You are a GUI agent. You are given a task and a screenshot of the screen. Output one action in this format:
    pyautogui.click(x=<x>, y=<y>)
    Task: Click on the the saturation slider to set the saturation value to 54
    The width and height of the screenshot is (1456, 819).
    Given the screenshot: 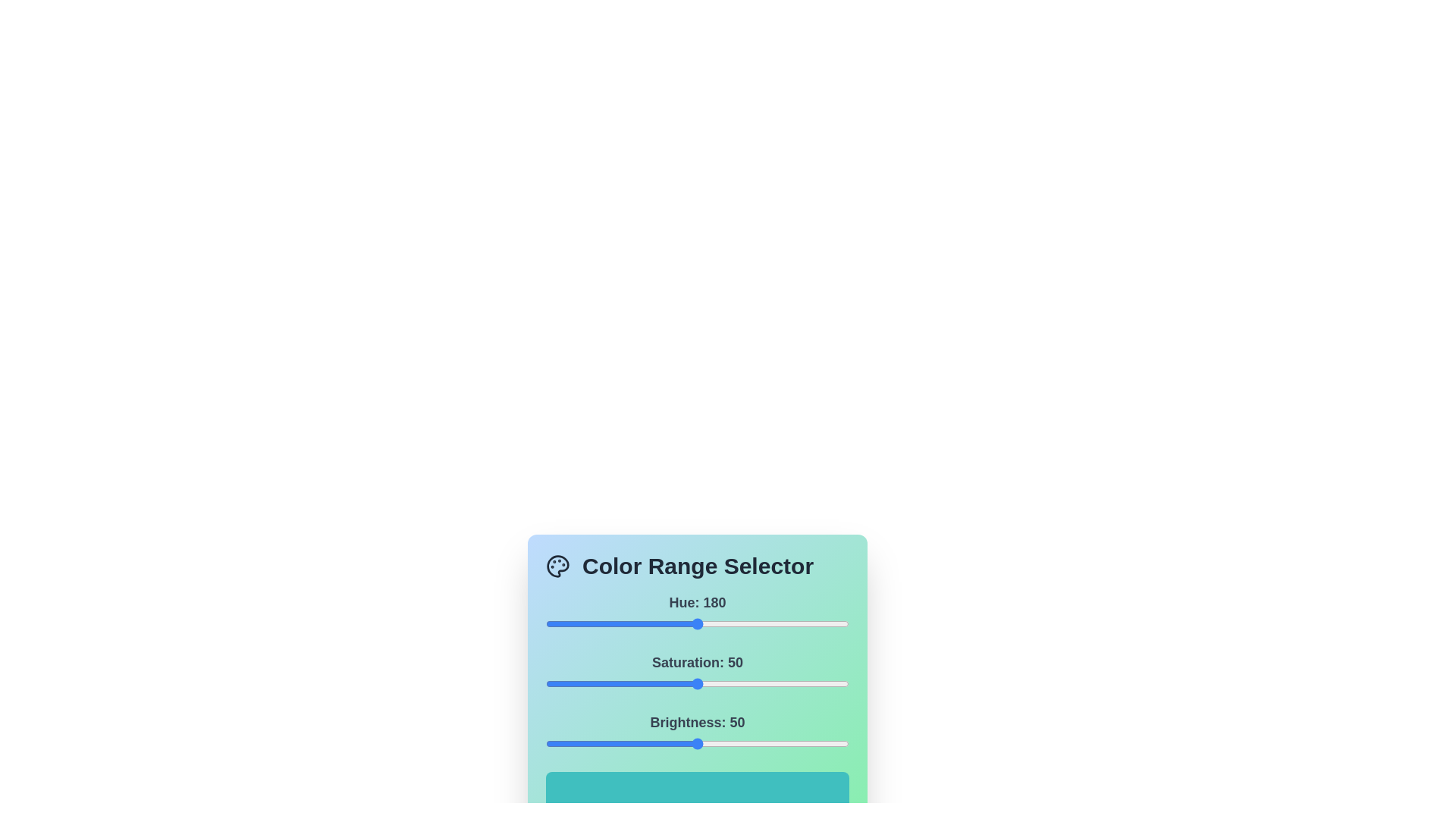 What is the action you would take?
    pyautogui.click(x=709, y=684)
    